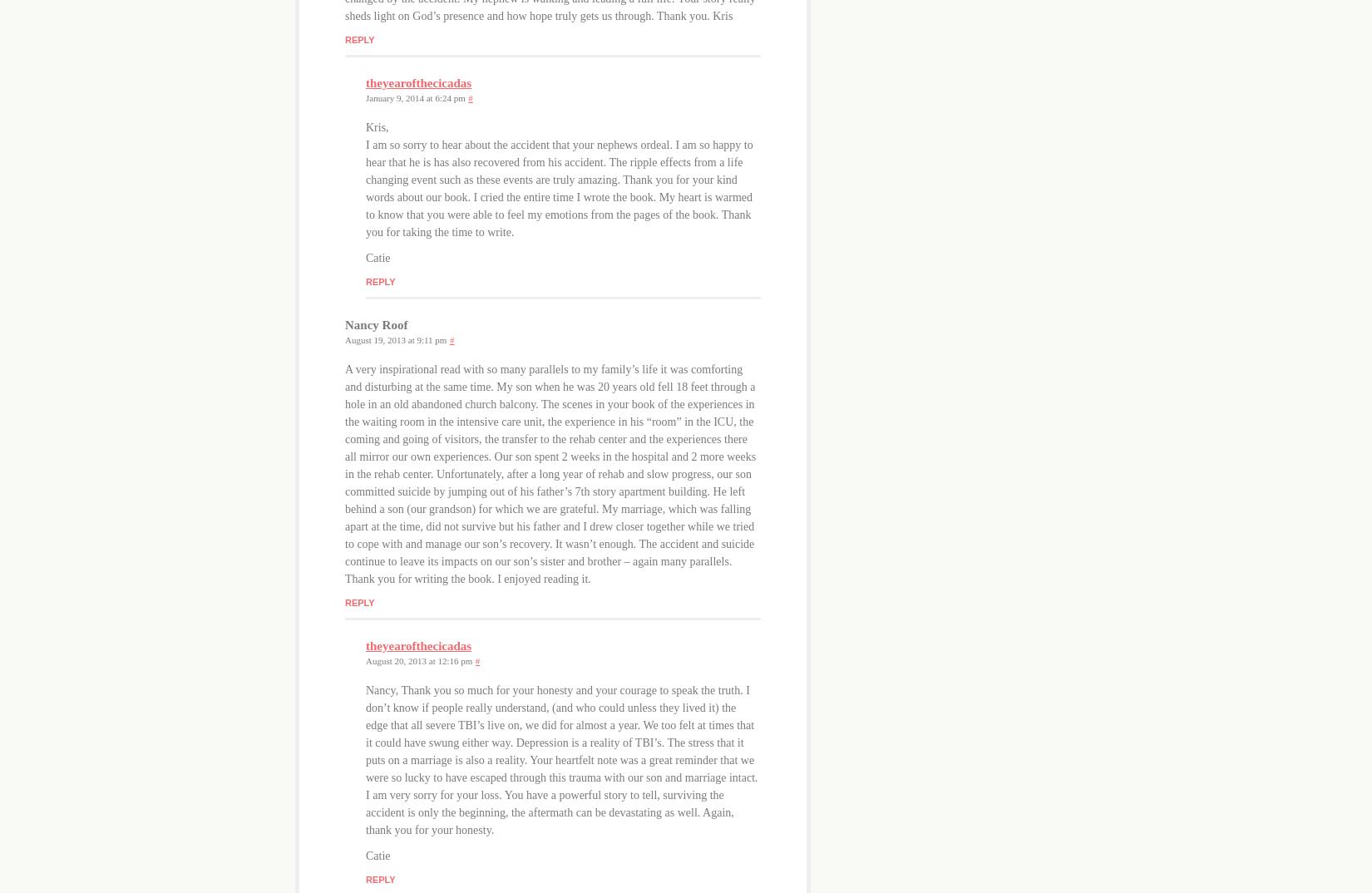 This screenshot has height=893, width=1372. Describe the element at coordinates (365, 758) in the screenshot. I see `'Nancy, Thank you so much for your honesty and your courage to speak the truth. I don’t know if people really understand, (and who could unless they lived it) the edge that all severe TBI’s live on, we did for almost a year. We too felt at times that it could have swung either way.  Depression is a reality of TBI’s. The stress that it puts on a marriage is also a reality. Your heartfelt note was a great reminder that we were so lucky to have escaped through this trauma with our son and marriage intact. I am very sorry for your loss. You have a powerful story to tell, surviving the accident is only the beginning, the aftermath can be devastating as well. Again, thank you for your honesty.'` at that location.